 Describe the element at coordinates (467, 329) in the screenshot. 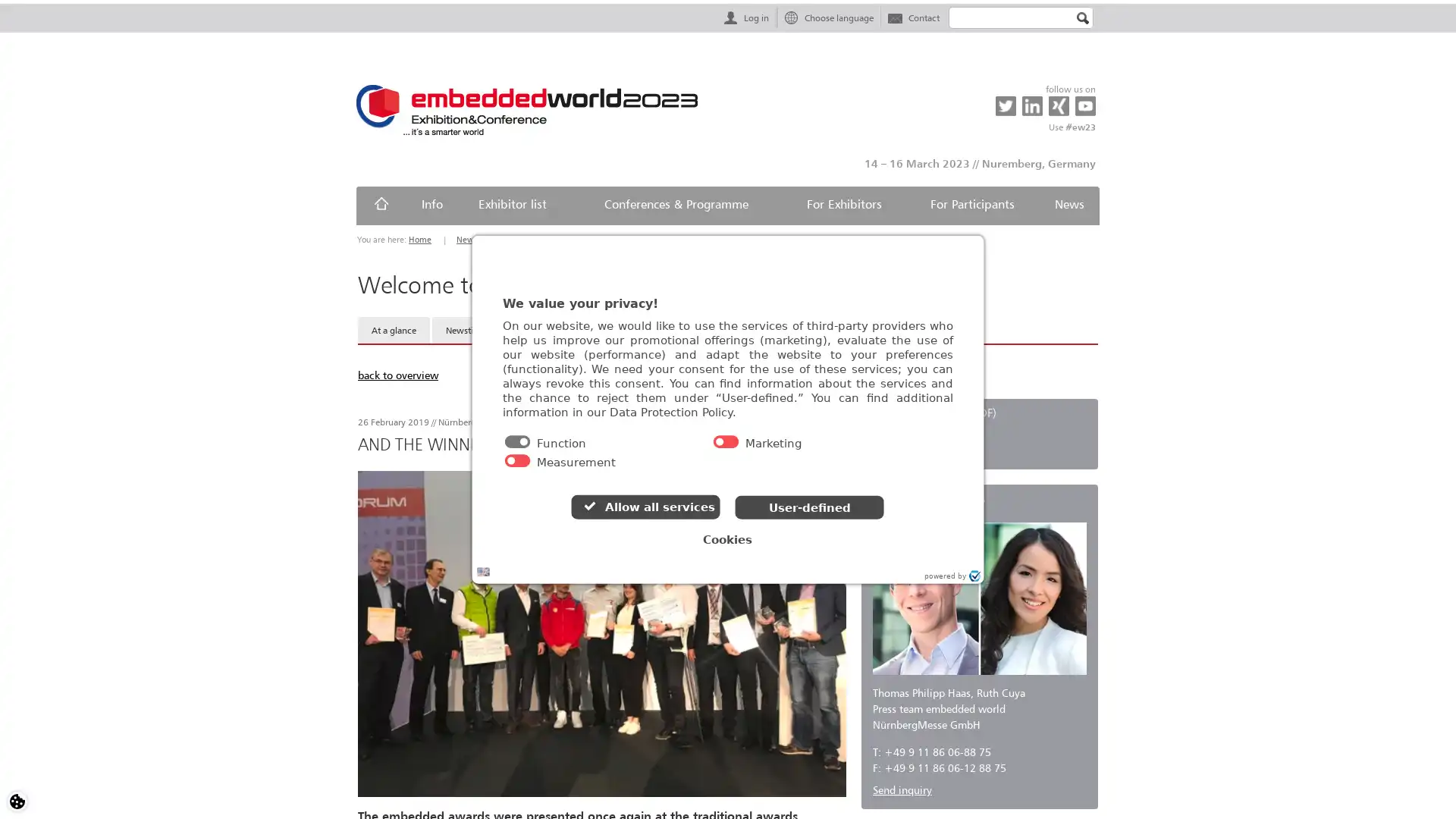

I see `Newsticker` at that location.